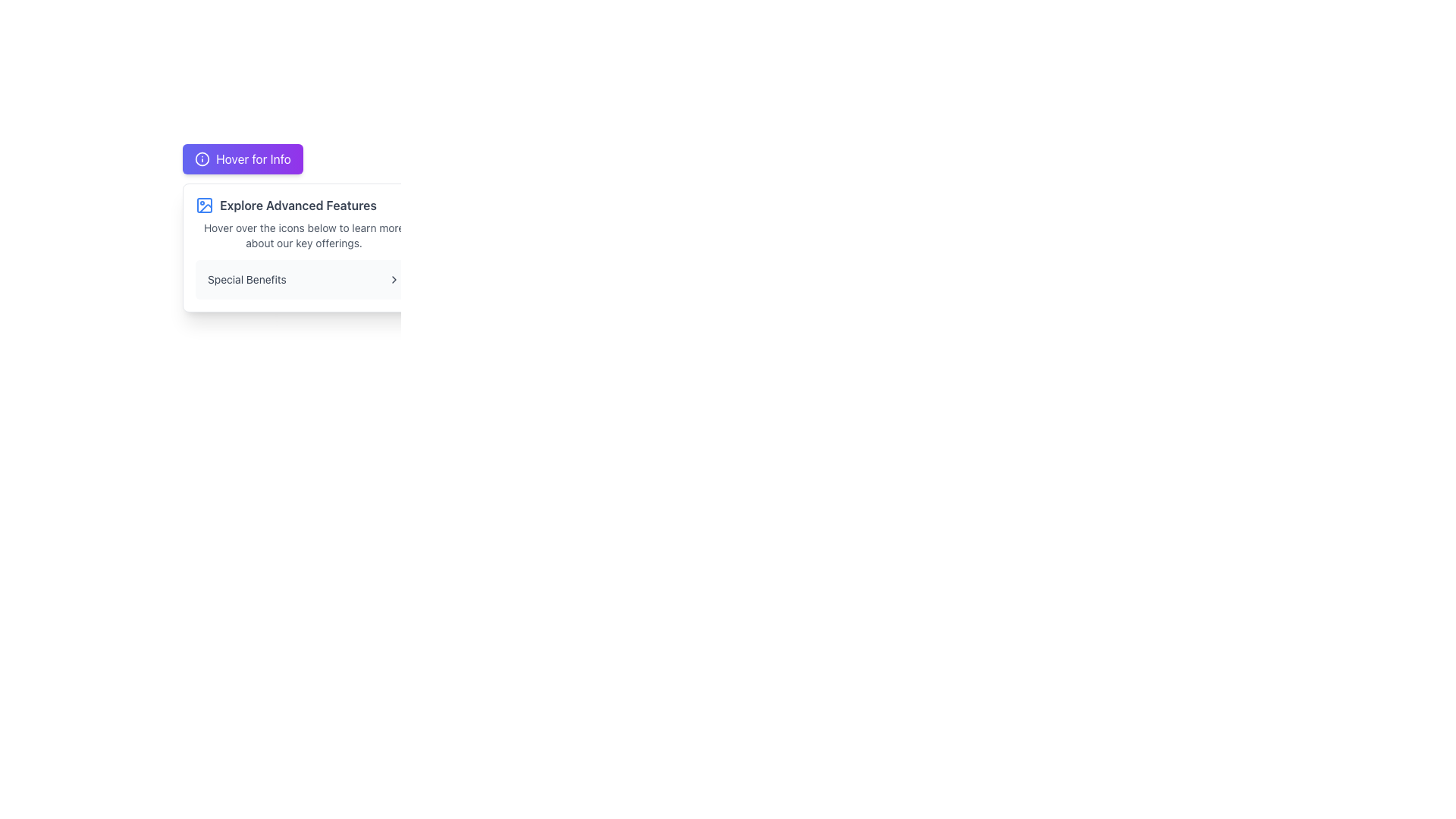 Image resolution: width=1456 pixels, height=819 pixels. I want to click on the Information Icon, which is a circular icon with an 'i' symbol inside, located to the left of the 'Hover for Info' text, so click(202, 158).